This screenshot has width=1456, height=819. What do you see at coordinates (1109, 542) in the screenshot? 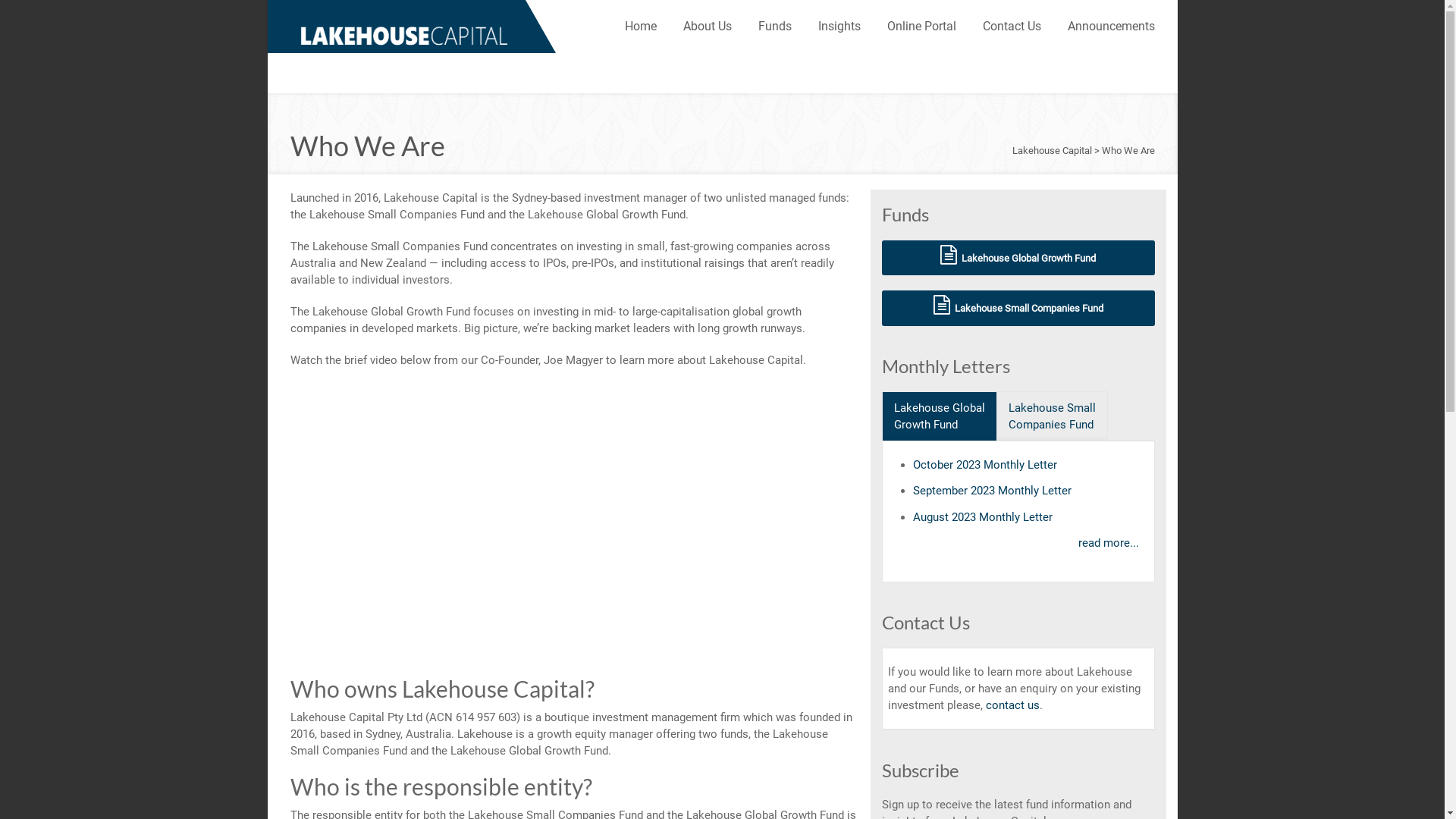
I see `'read more...'` at bounding box center [1109, 542].